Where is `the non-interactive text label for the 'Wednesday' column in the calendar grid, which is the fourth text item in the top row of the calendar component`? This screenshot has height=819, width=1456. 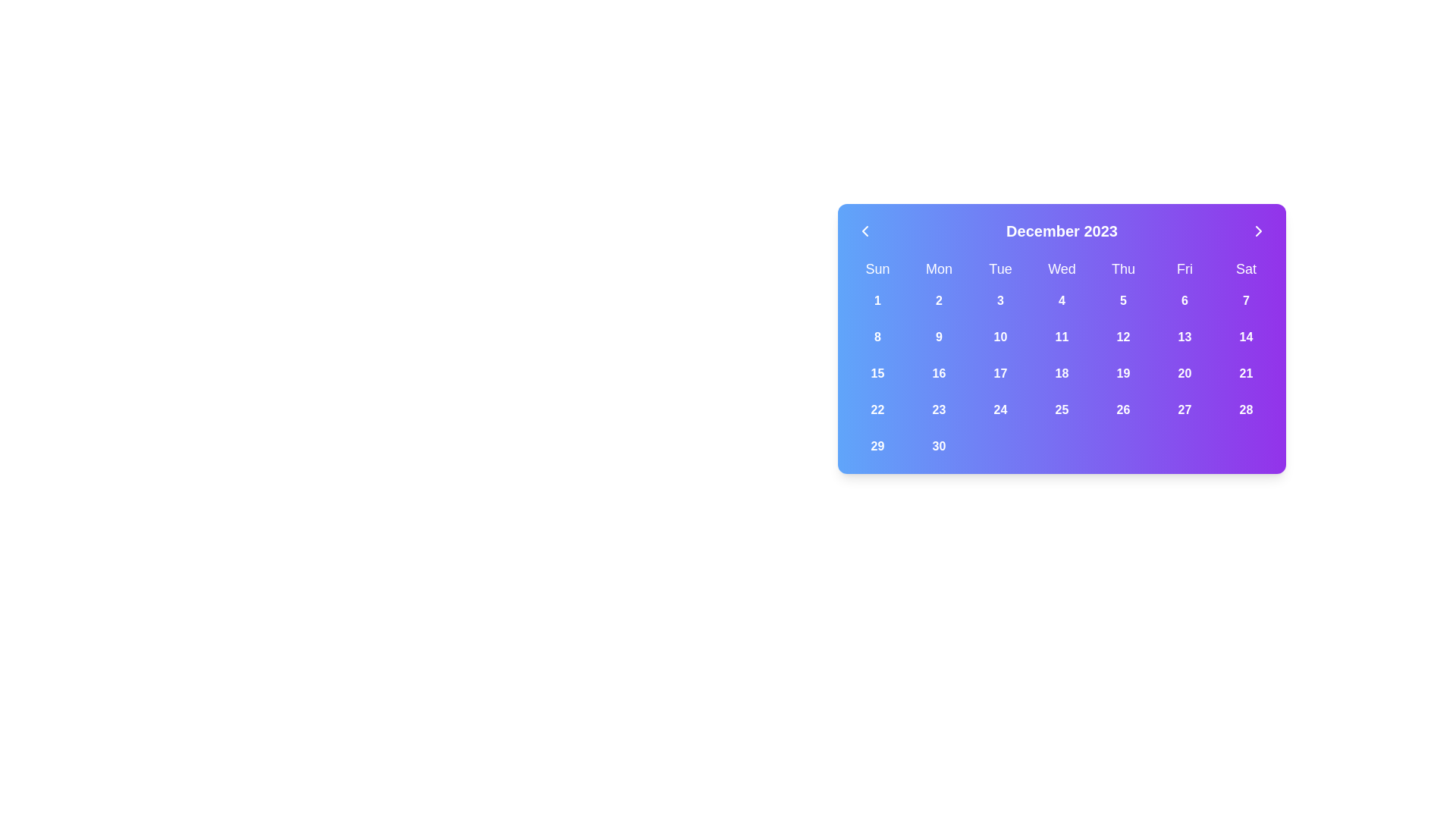
the non-interactive text label for the 'Wednesday' column in the calendar grid, which is the fourth text item in the top row of the calendar component is located at coordinates (1061, 268).